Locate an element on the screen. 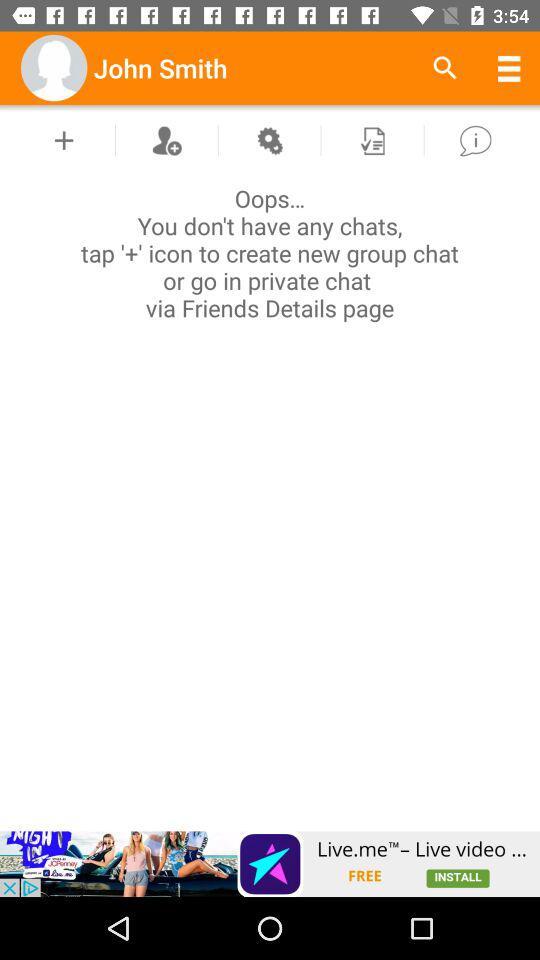 The height and width of the screenshot is (960, 540). advertisement is located at coordinates (270, 863).